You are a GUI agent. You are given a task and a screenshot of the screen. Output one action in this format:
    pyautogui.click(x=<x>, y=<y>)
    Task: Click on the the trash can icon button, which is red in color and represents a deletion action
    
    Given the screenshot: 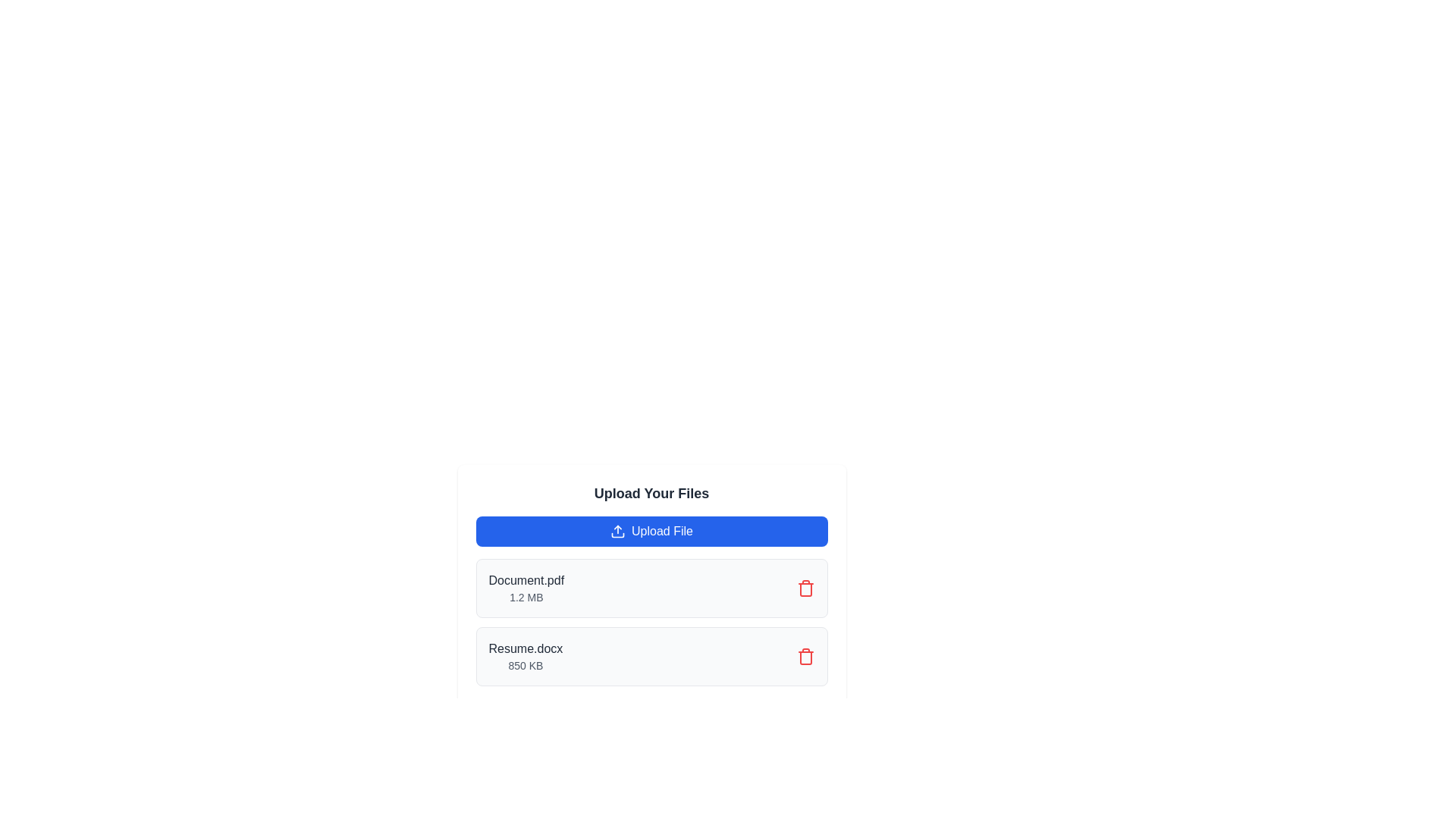 What is the action you would take?
    pyautogui.click(x=805, y=587)
    